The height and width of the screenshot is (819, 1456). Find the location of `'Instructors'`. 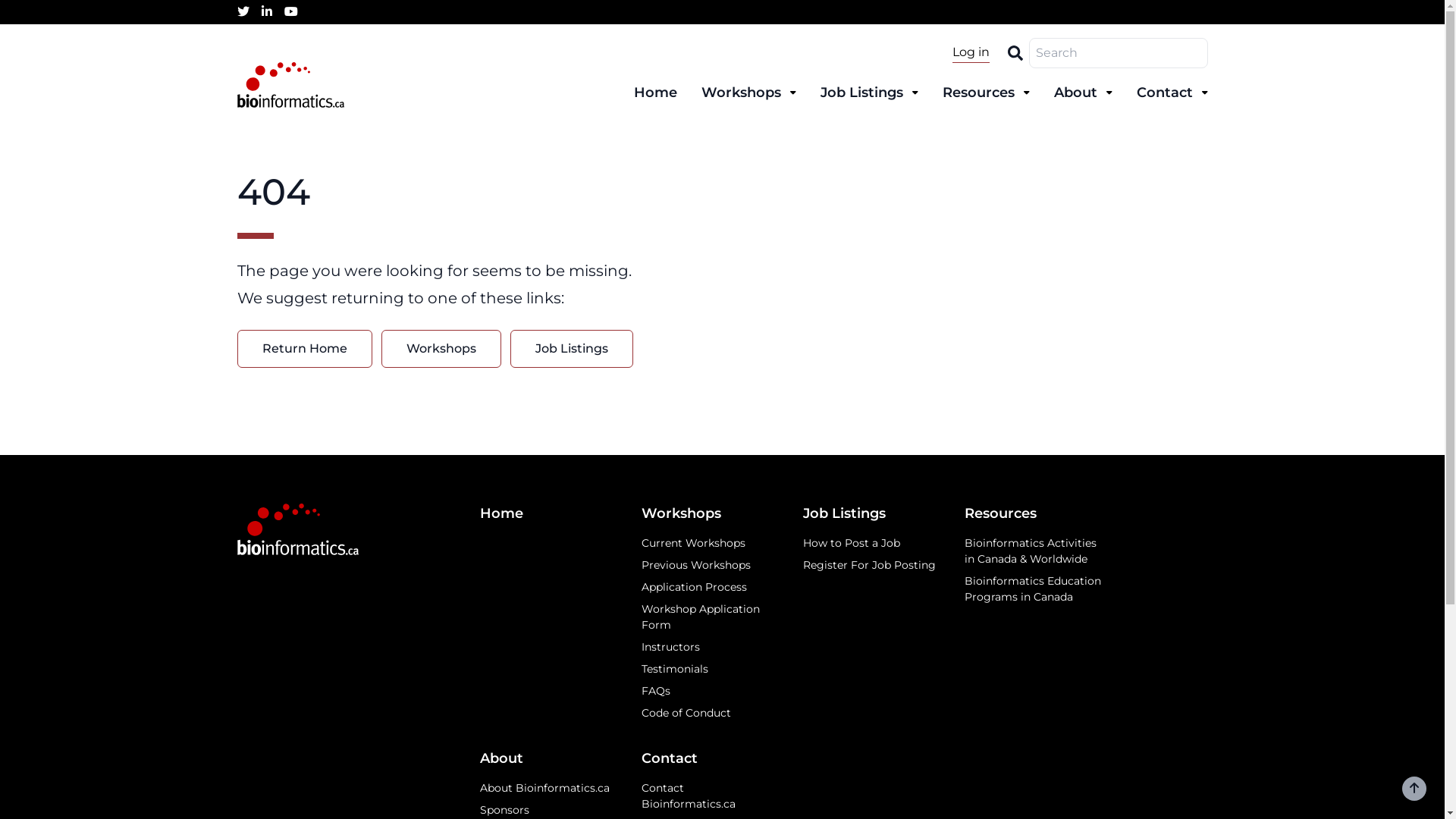

'Instructors' is located at coordinates (641, 647).